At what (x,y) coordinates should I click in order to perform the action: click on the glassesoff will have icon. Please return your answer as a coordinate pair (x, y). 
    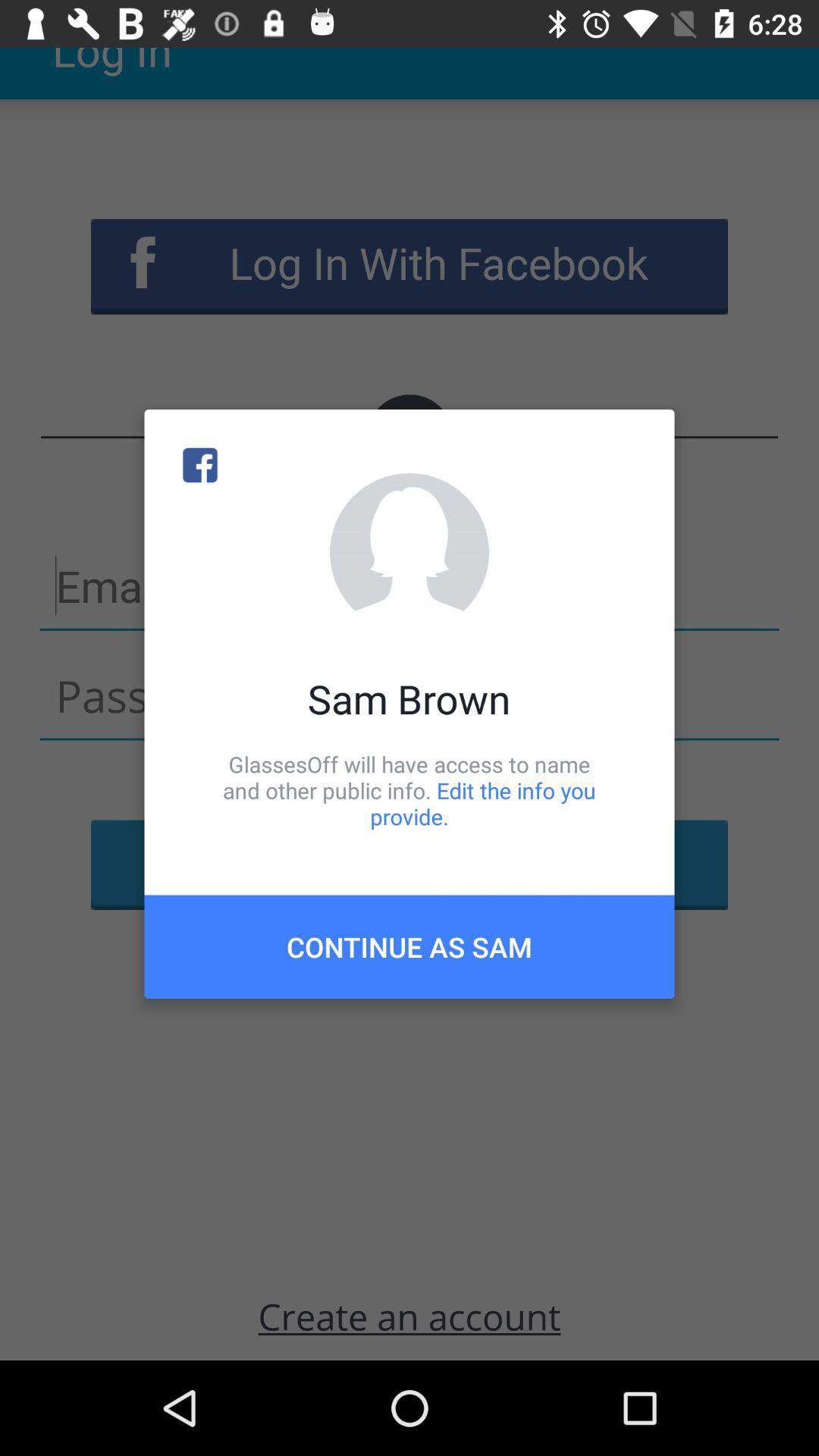
    Looking at the image, I should click on (409, 789).